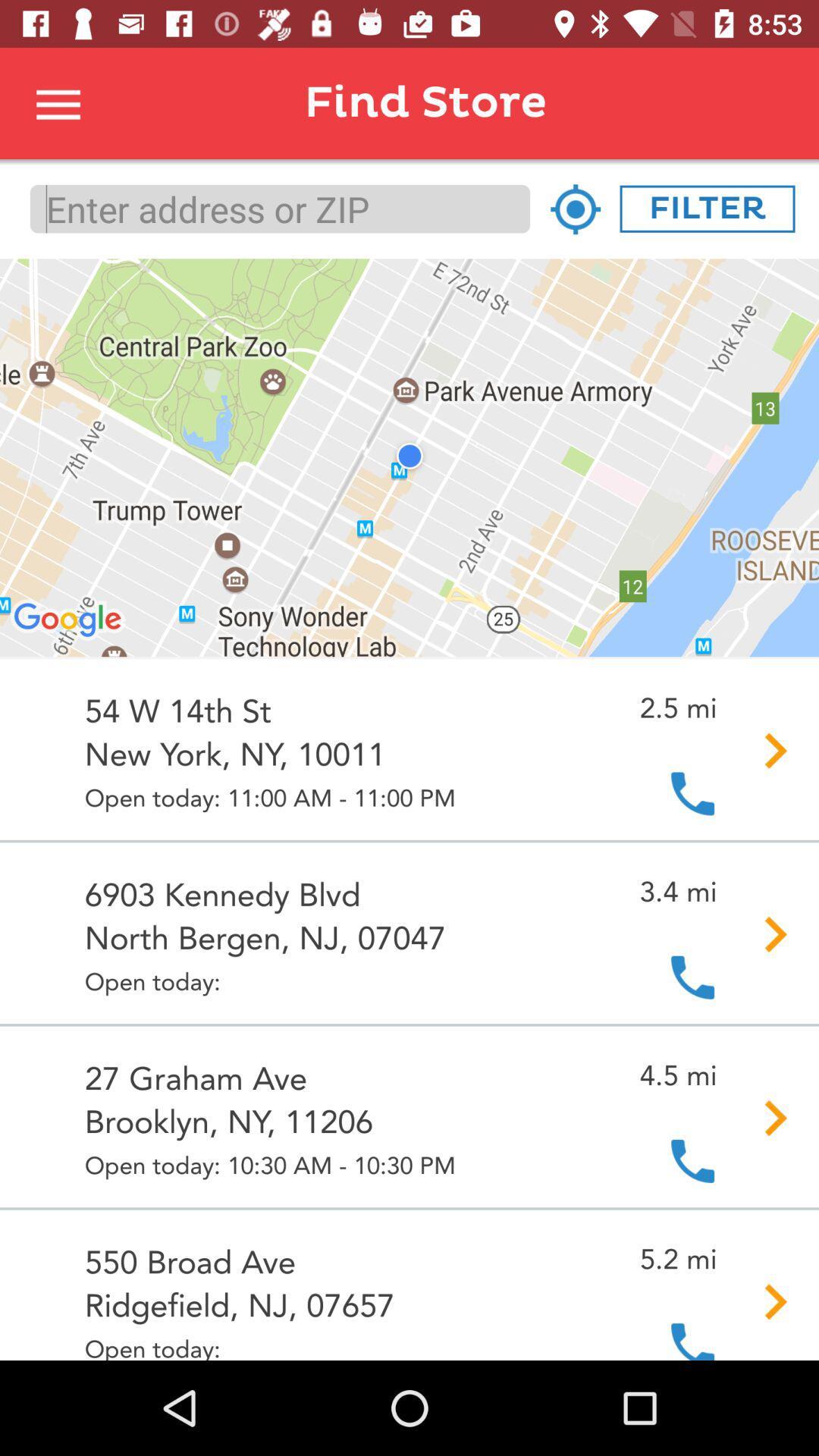 Image resolution: width=819 pixels, height=1456 pixels. What do you see at coordinates (58, 102) in the screenshot?
I see `apps` at bounding box center [58, 102].